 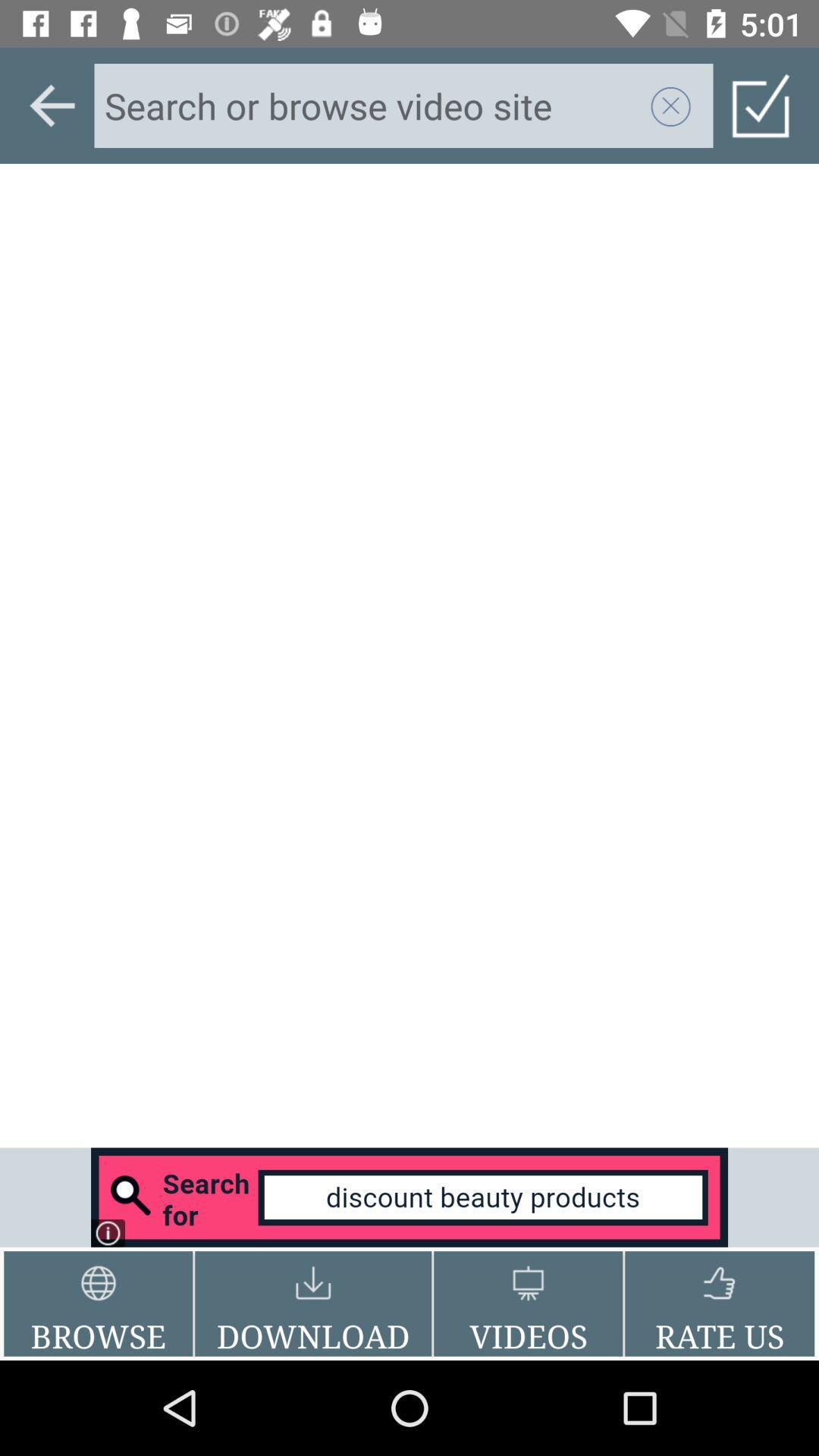 What do you see at coordinates (409, 655) in the screenshot?
I see `icon at the center` at bounding box center [409, 655].